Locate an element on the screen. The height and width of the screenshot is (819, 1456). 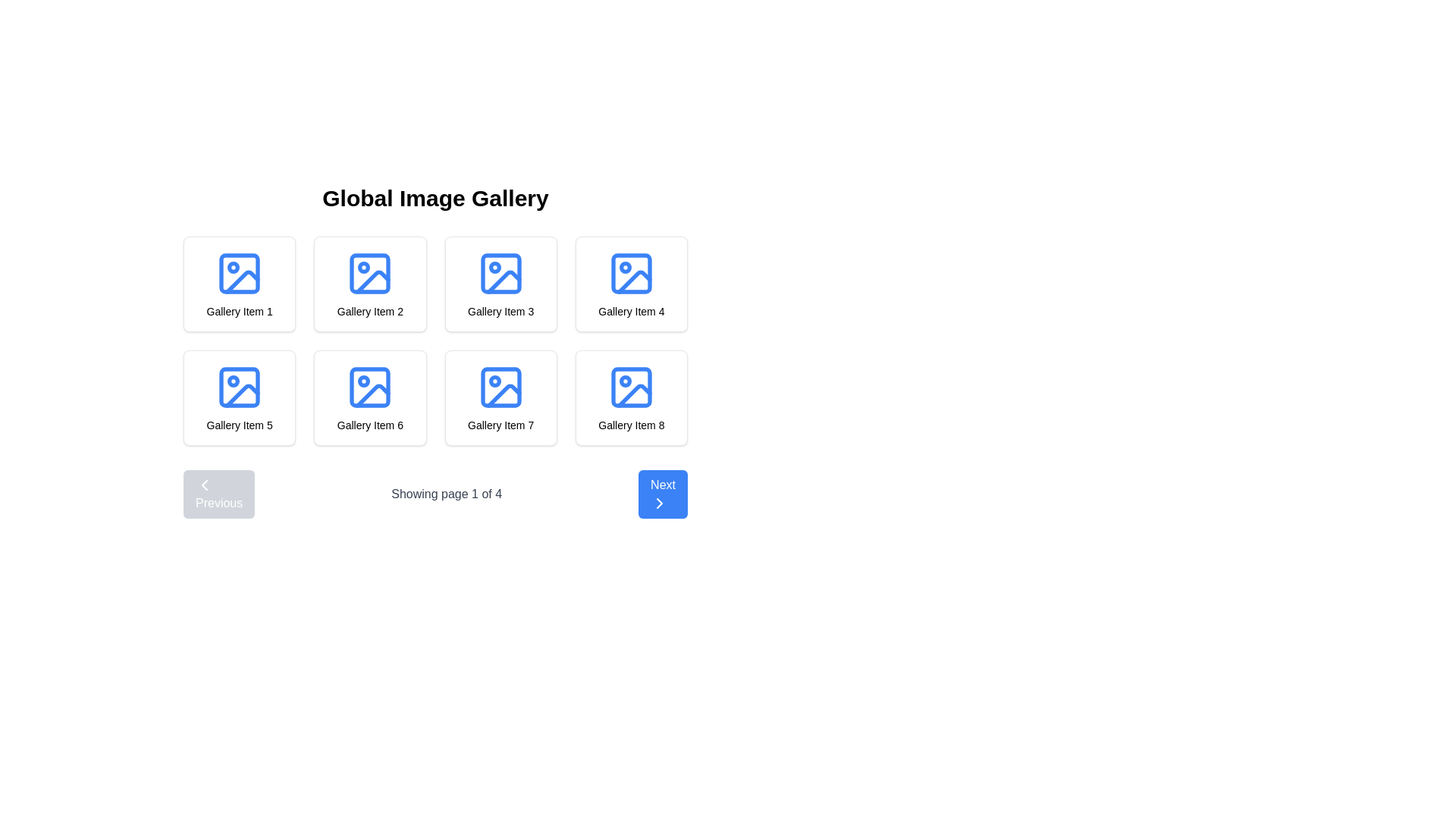
the Decorative Rectangle located in the top-left corner of the eighth gallery item image icon is located at coordinates (631, 386).